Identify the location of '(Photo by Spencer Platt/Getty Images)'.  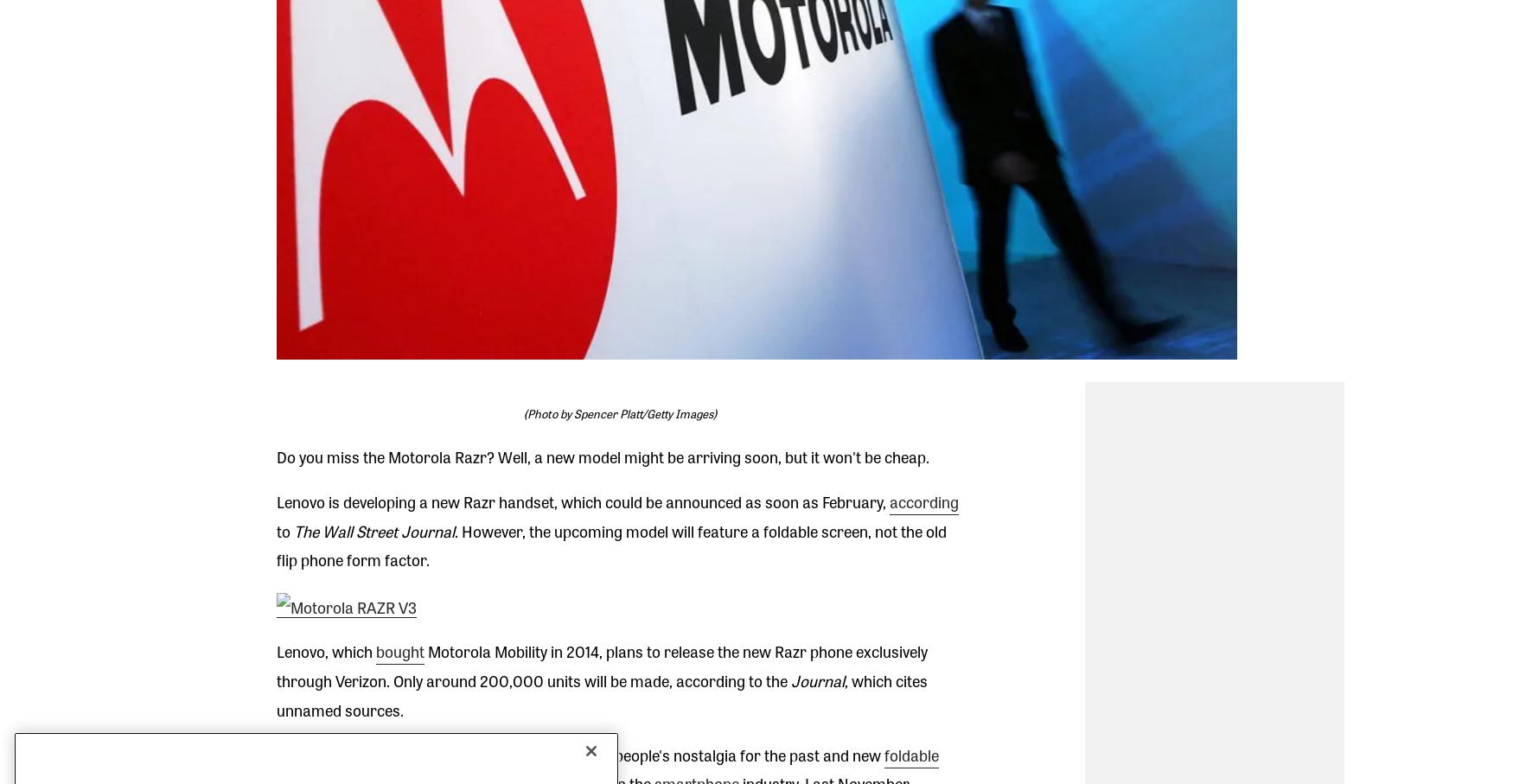
(522, 413).